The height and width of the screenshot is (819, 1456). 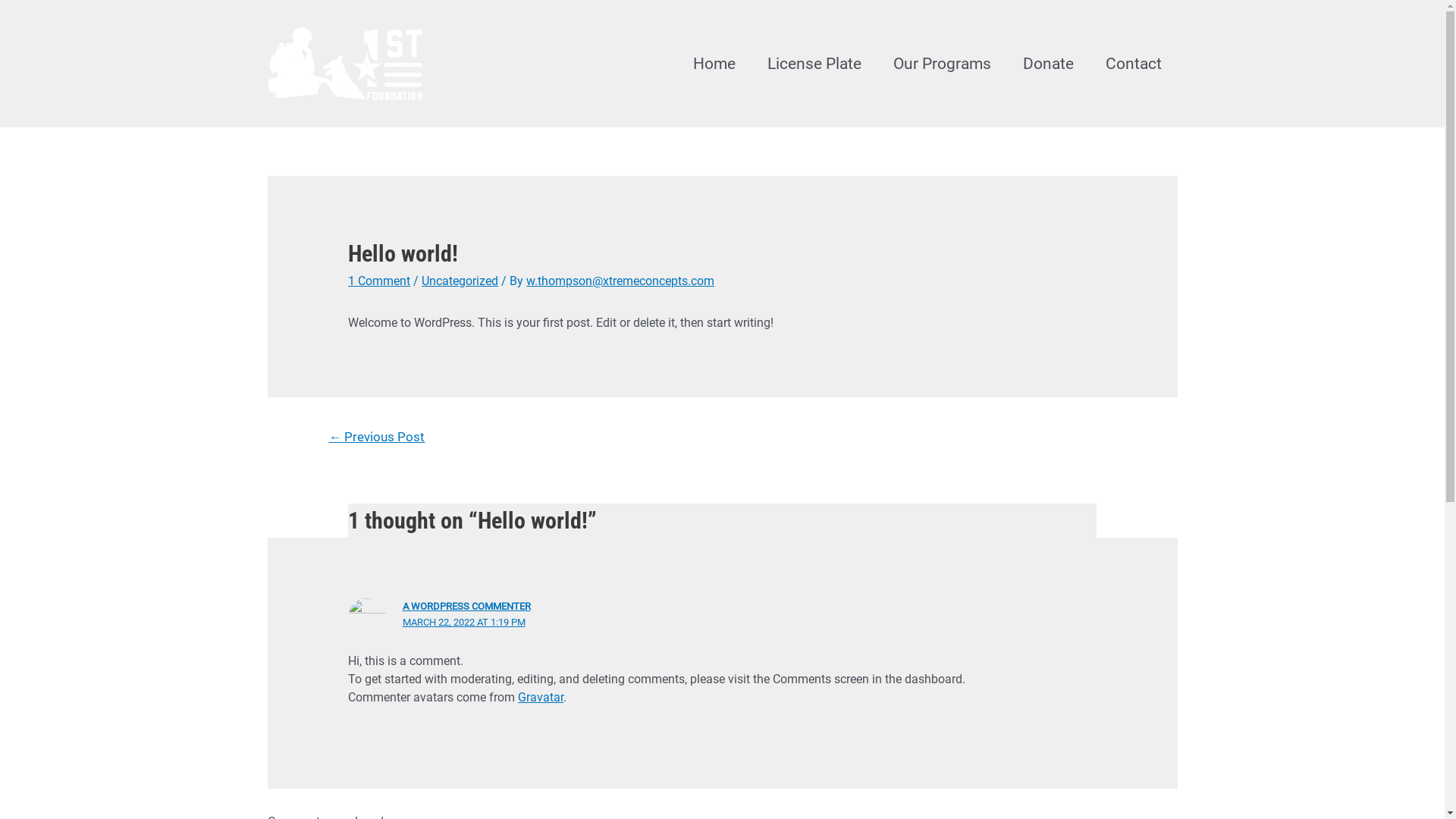 I want to click on 'Uncategorized', so click(x=459, y=281).